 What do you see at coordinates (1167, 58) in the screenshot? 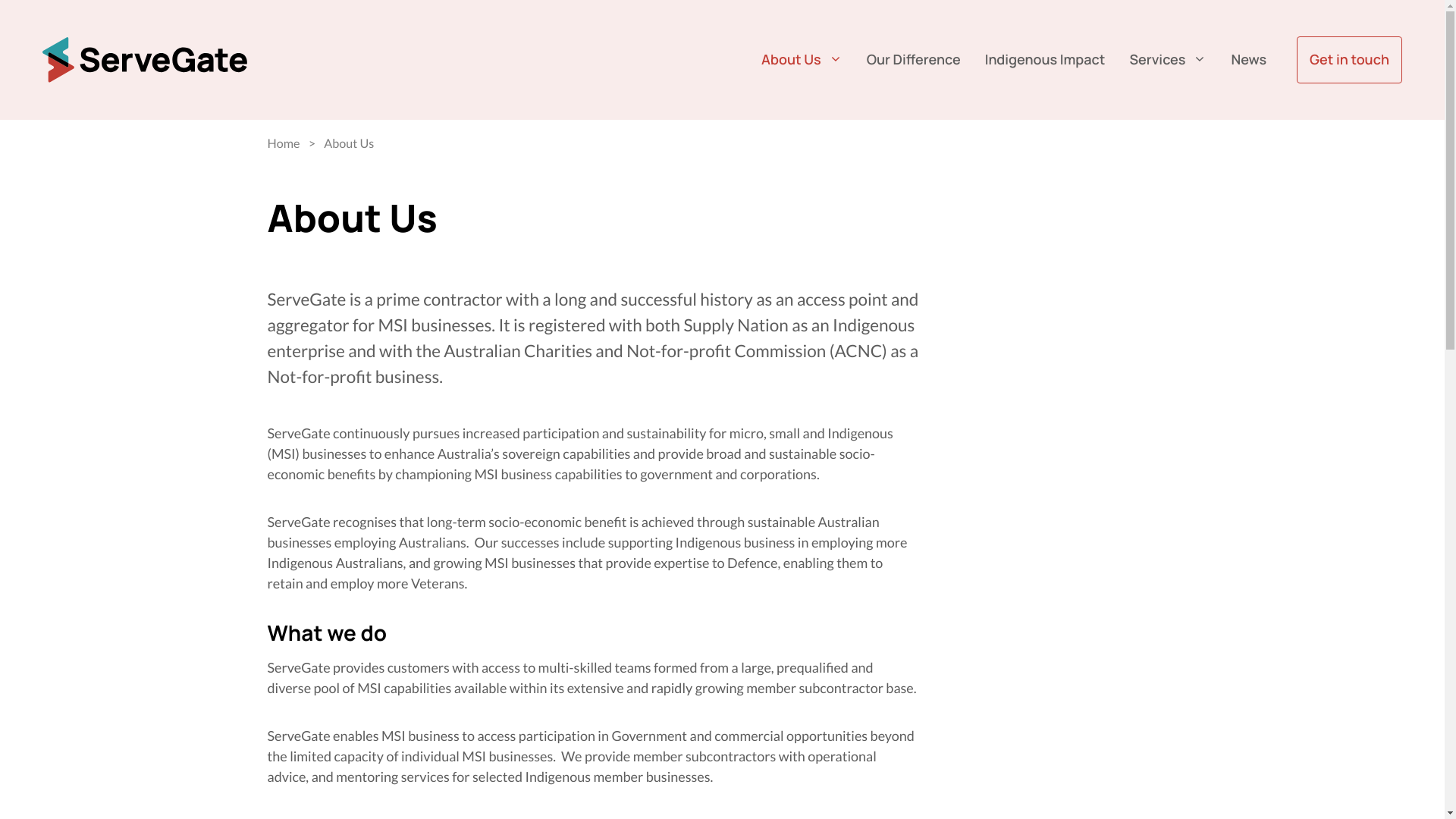
I see `'Services'` at bounding box center [1167, 58].